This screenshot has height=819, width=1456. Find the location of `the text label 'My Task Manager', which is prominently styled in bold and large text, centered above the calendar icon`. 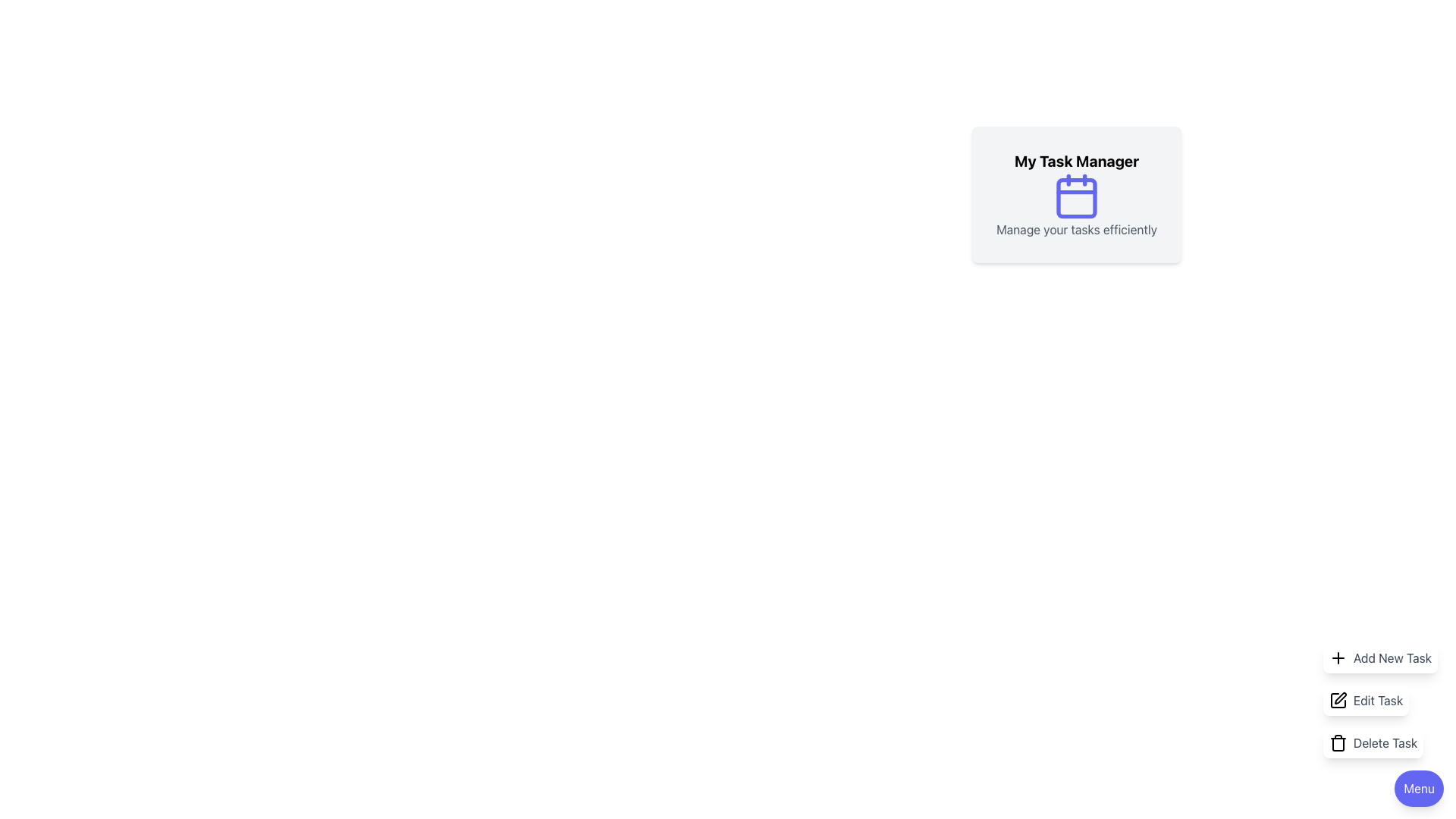

the text label 'My Task Manager', which is prominently styled in bold and large text, centered above the calendar icon is located at coordinates (1076, 161).